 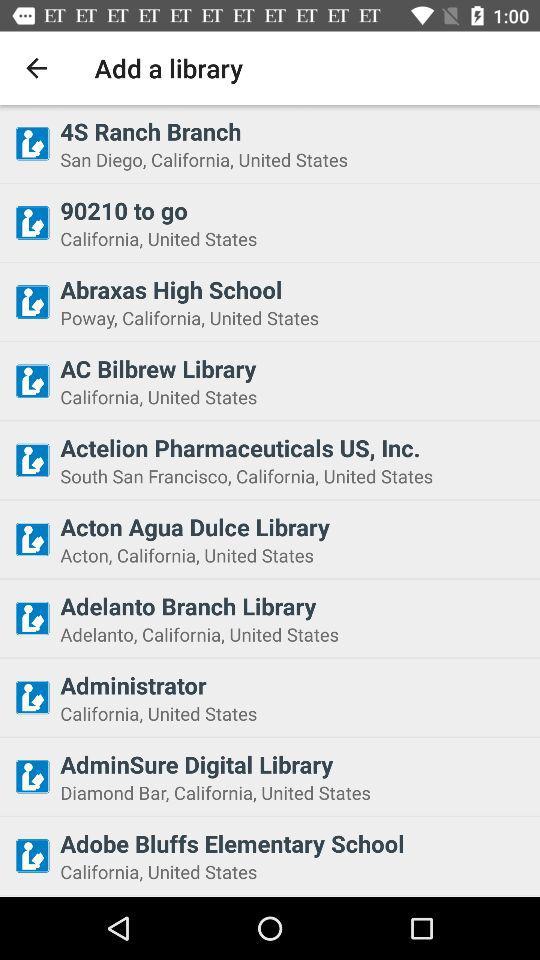 What do you see at coordinates (293, 447) in the screenshot?
I see `icon below the california, united states` at bounding box center [293, 447].